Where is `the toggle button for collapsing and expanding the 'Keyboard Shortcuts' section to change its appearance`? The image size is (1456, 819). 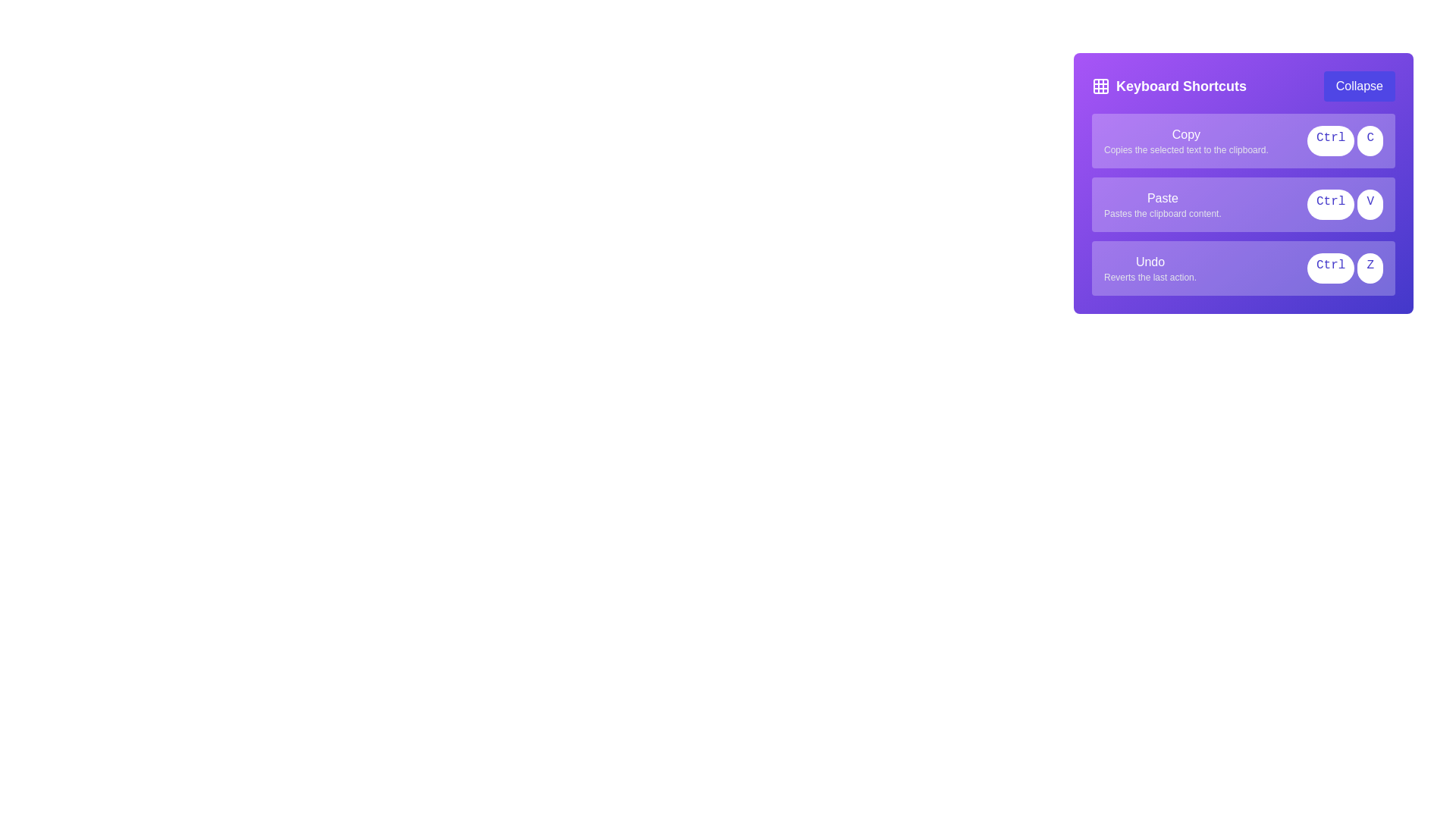
the toggle button for collapsing and expanding the 'Keyboard Shortcuts' section to change its appearance is located at coordinates (1359, 86).